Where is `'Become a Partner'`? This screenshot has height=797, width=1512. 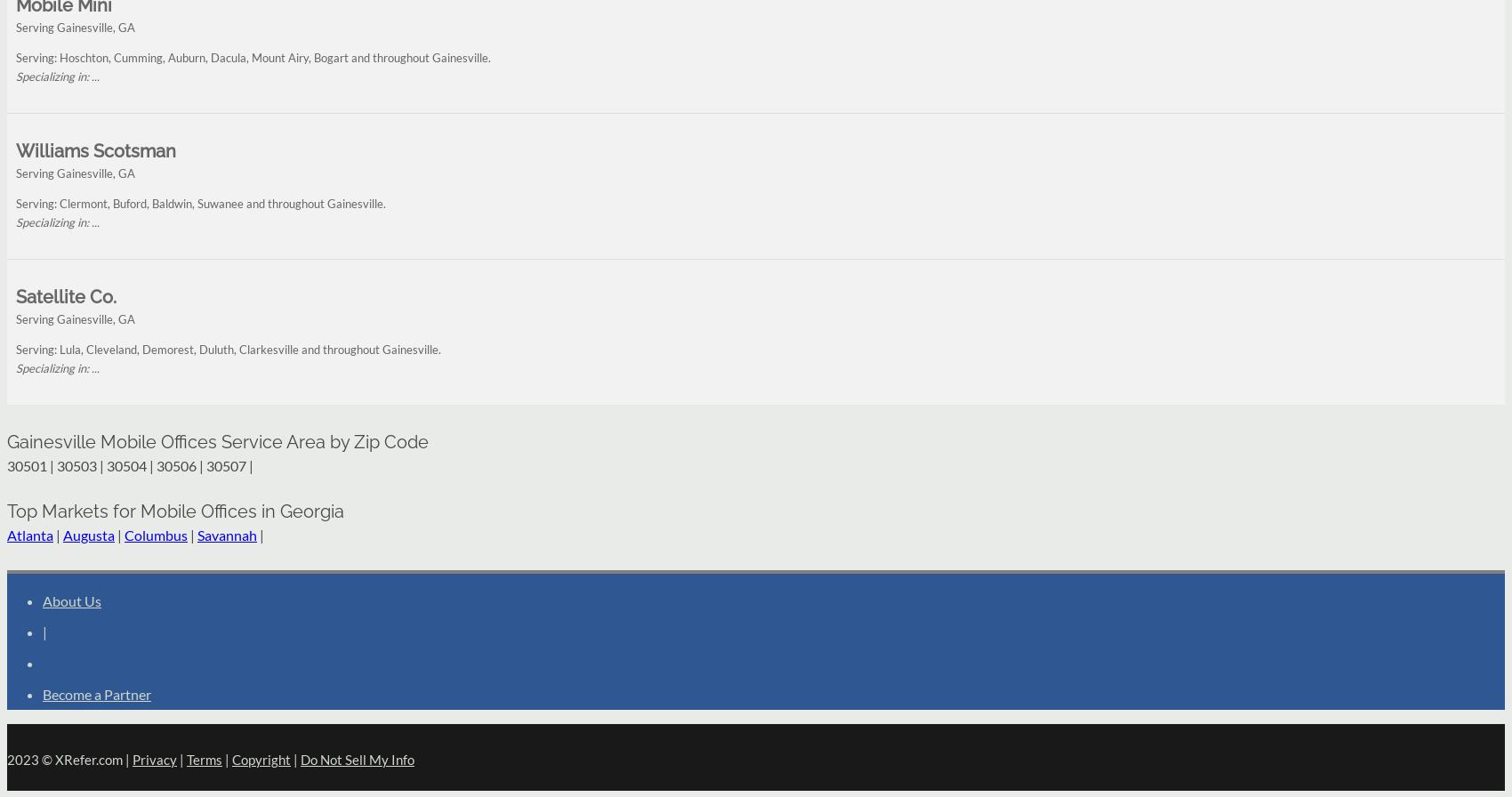
'Become a Partner' is located at coordinates (95, 693).